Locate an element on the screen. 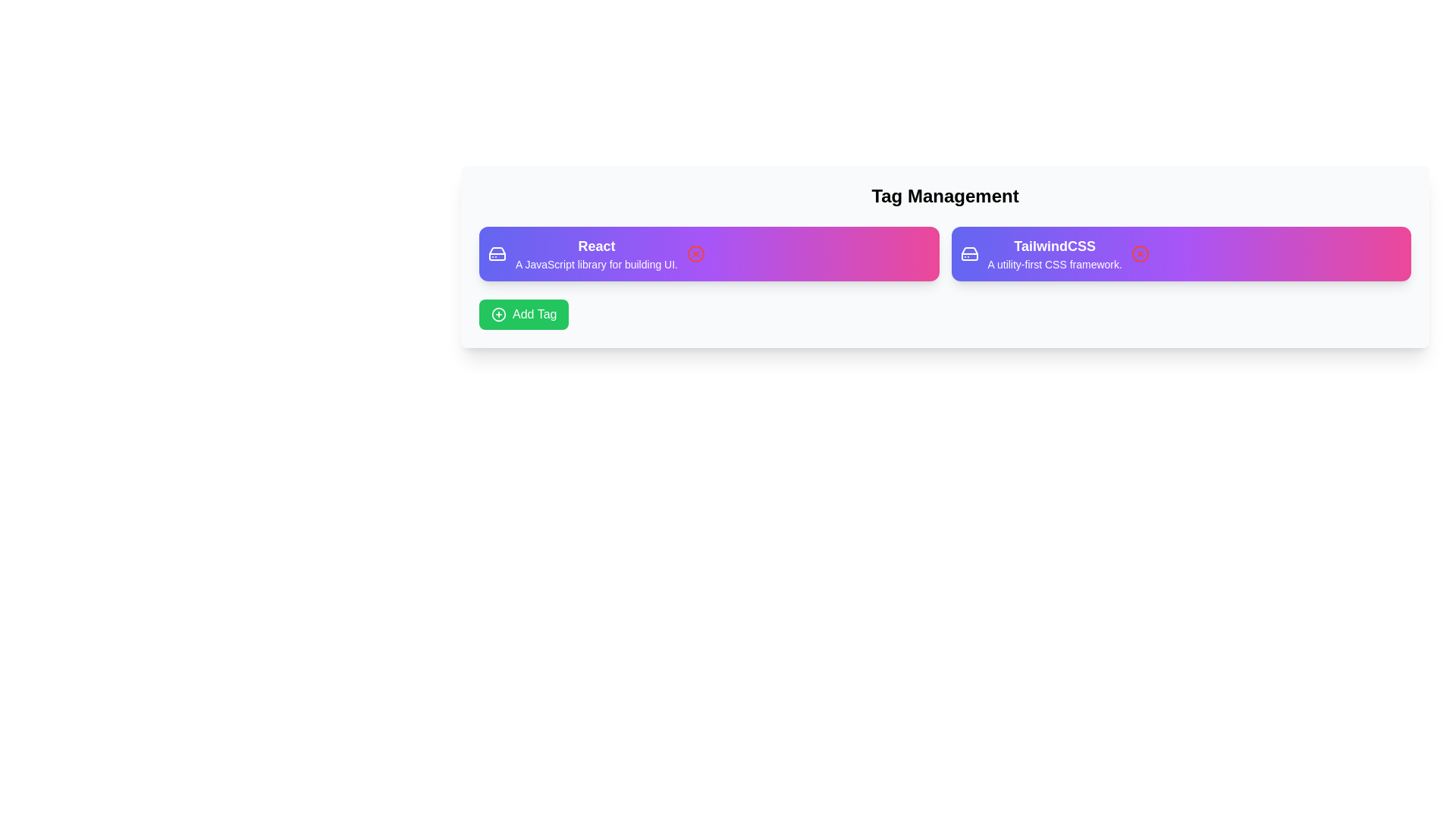 Image resolution: width=1456 pixels, height=819 pixels. the 'Add Tag' icon, which is a visual indicator located to the left of the 'Add Tag' label on a green button in the Tag Management section is located at coordinates (498, 314).